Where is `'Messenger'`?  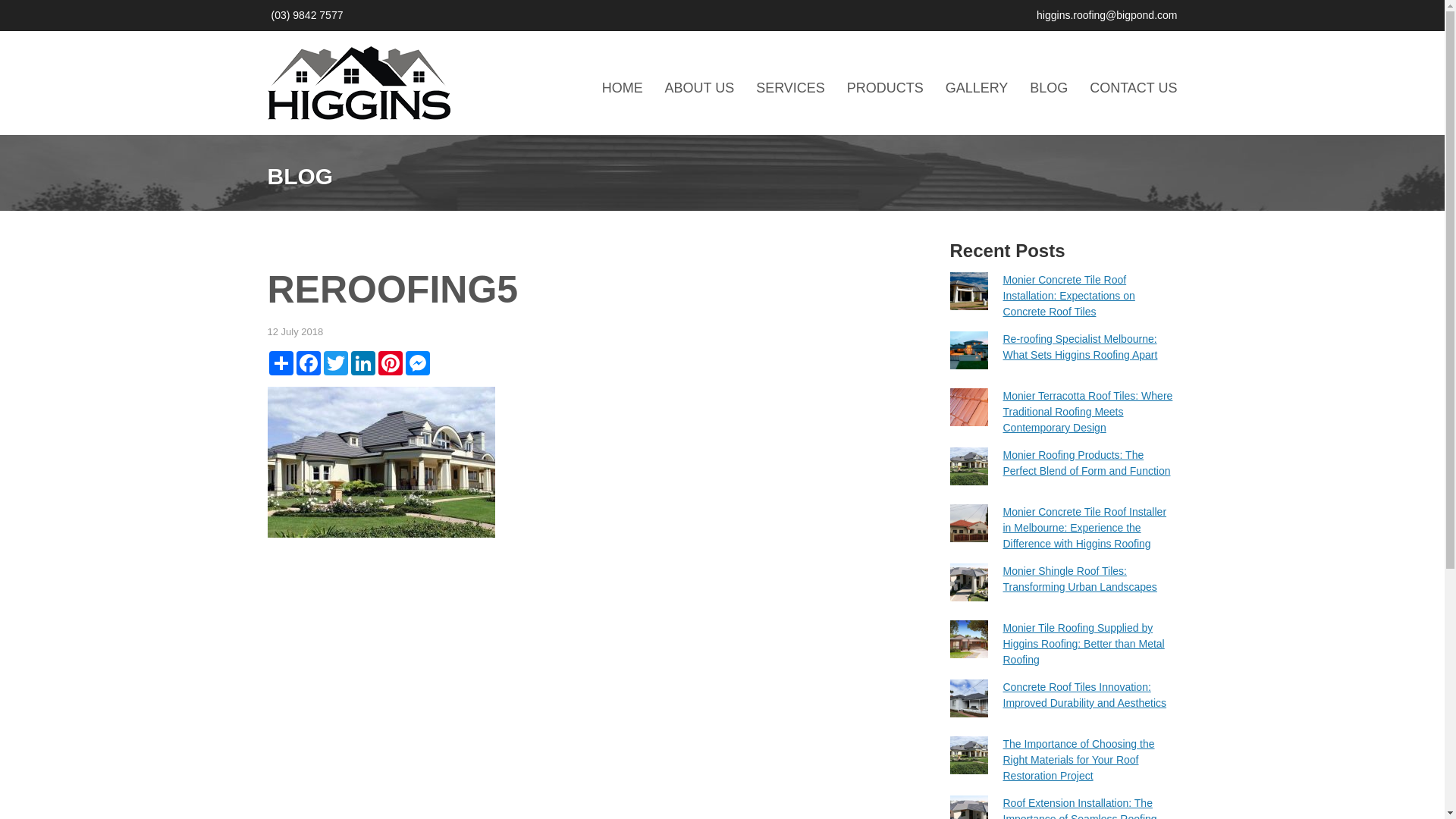
'Messenger' is located at coordinates (417, 362).